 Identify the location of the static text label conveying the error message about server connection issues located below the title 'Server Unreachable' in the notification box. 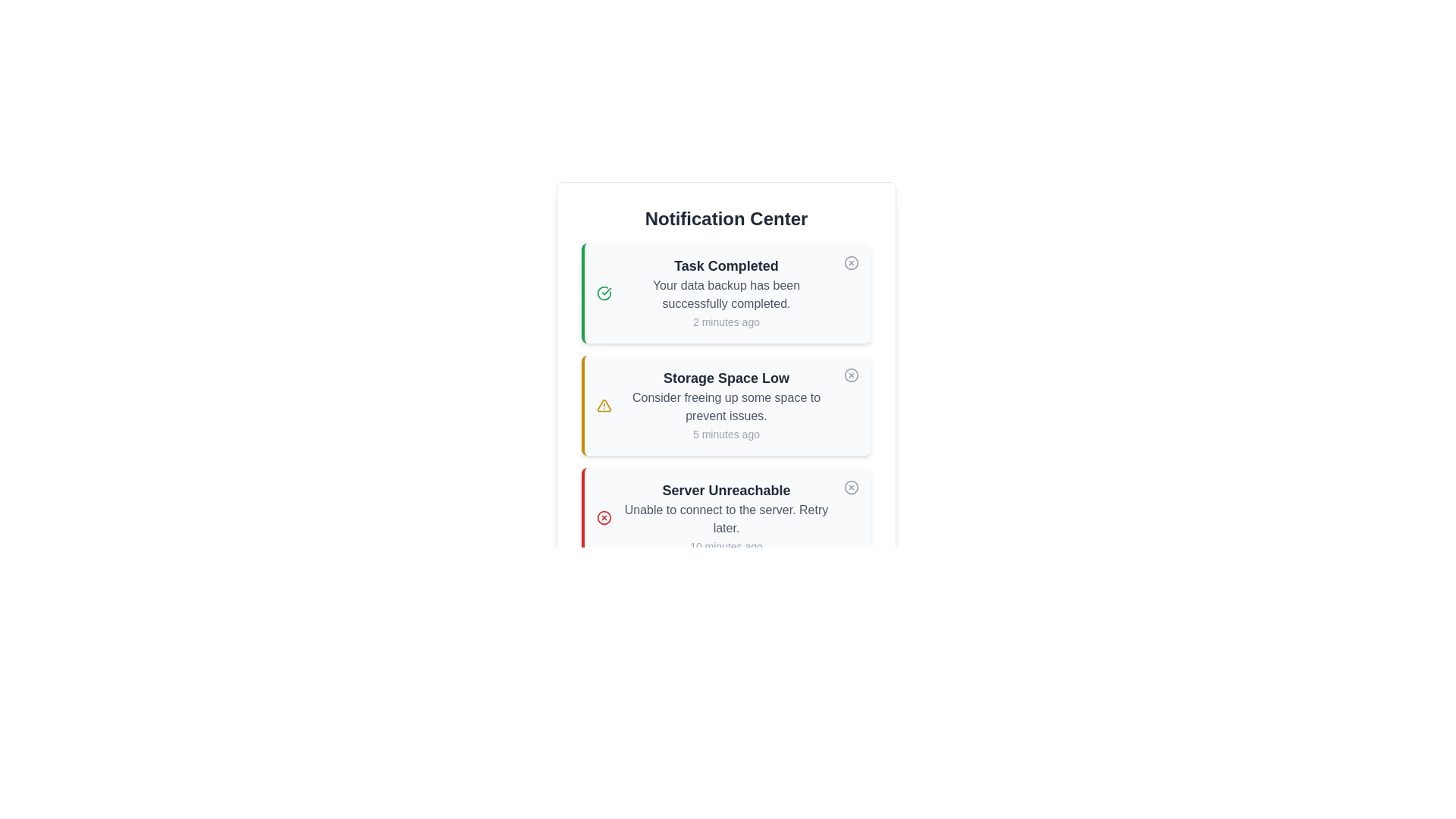
(726, 519).